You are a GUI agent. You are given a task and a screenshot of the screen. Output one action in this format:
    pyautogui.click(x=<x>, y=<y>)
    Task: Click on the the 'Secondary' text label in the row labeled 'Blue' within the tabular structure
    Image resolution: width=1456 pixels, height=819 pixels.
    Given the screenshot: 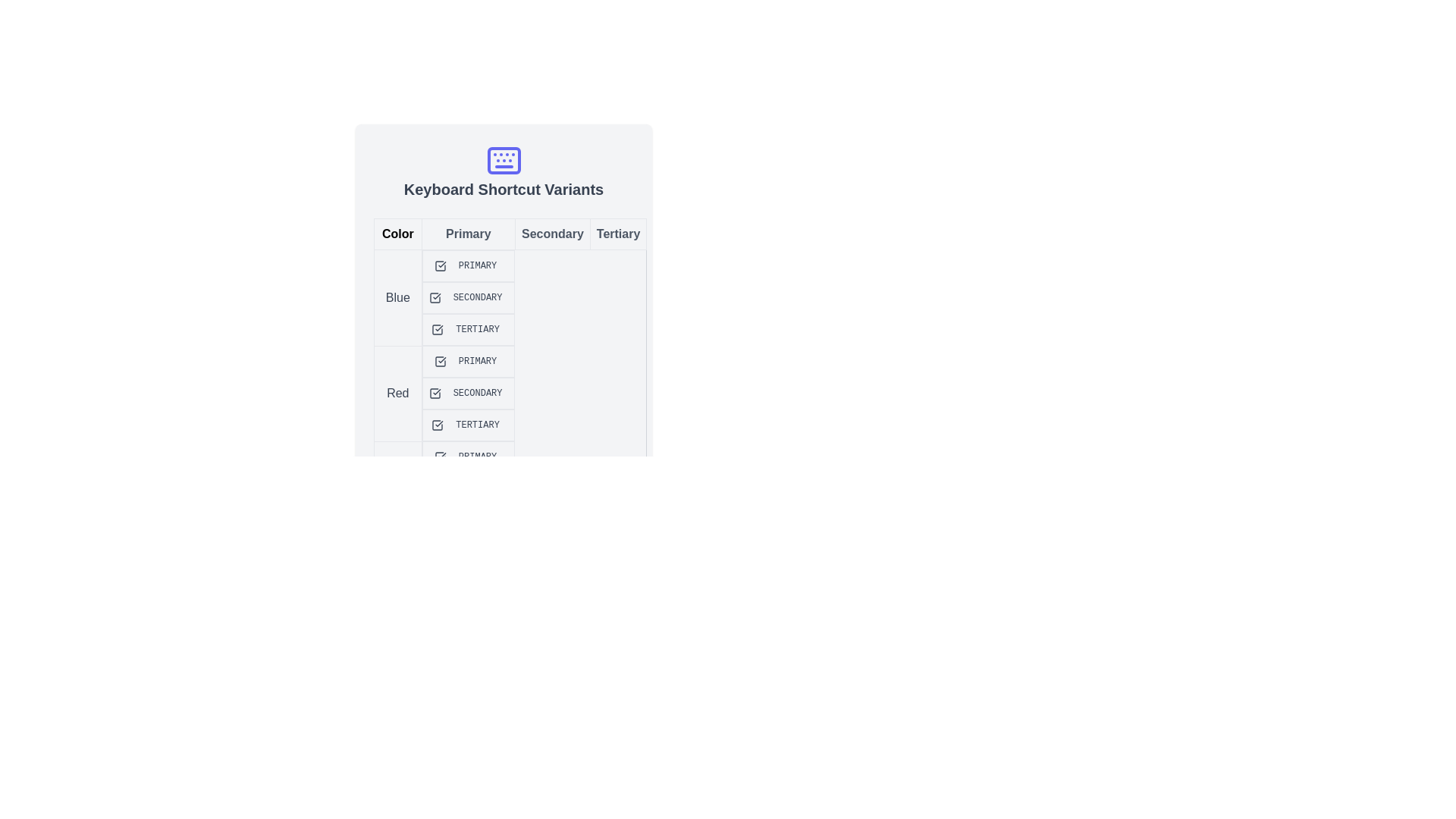 What is the action you would take?
    pyautogui.click(x=477, y=298)
    